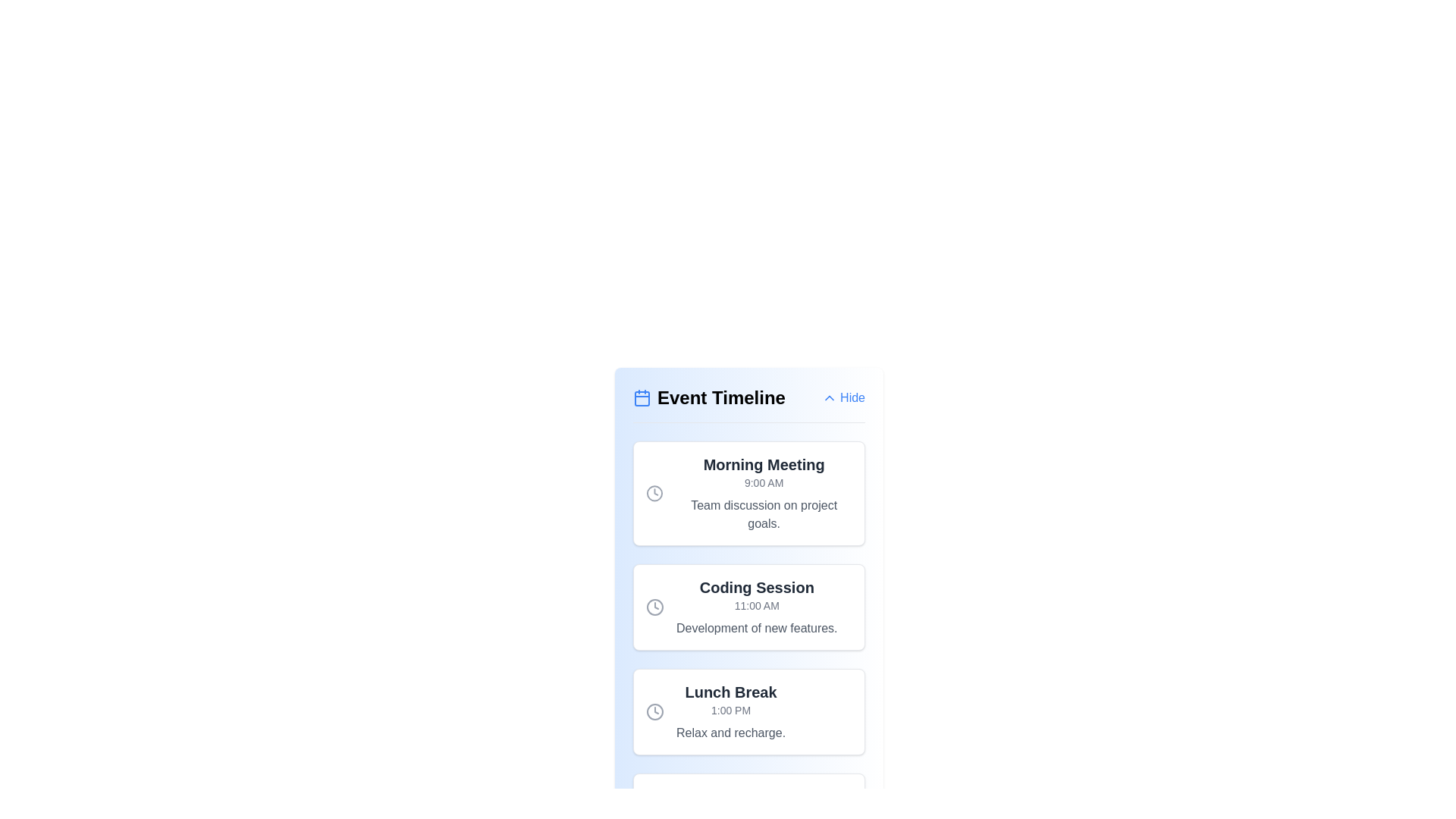  Describe the element at coordinates (654, 494) in the screenshot. I see `the clock icon representing the time '9:00 AM' associated with the 'Morning Meeting' event card located in the 'Event Timeline'` at that location.